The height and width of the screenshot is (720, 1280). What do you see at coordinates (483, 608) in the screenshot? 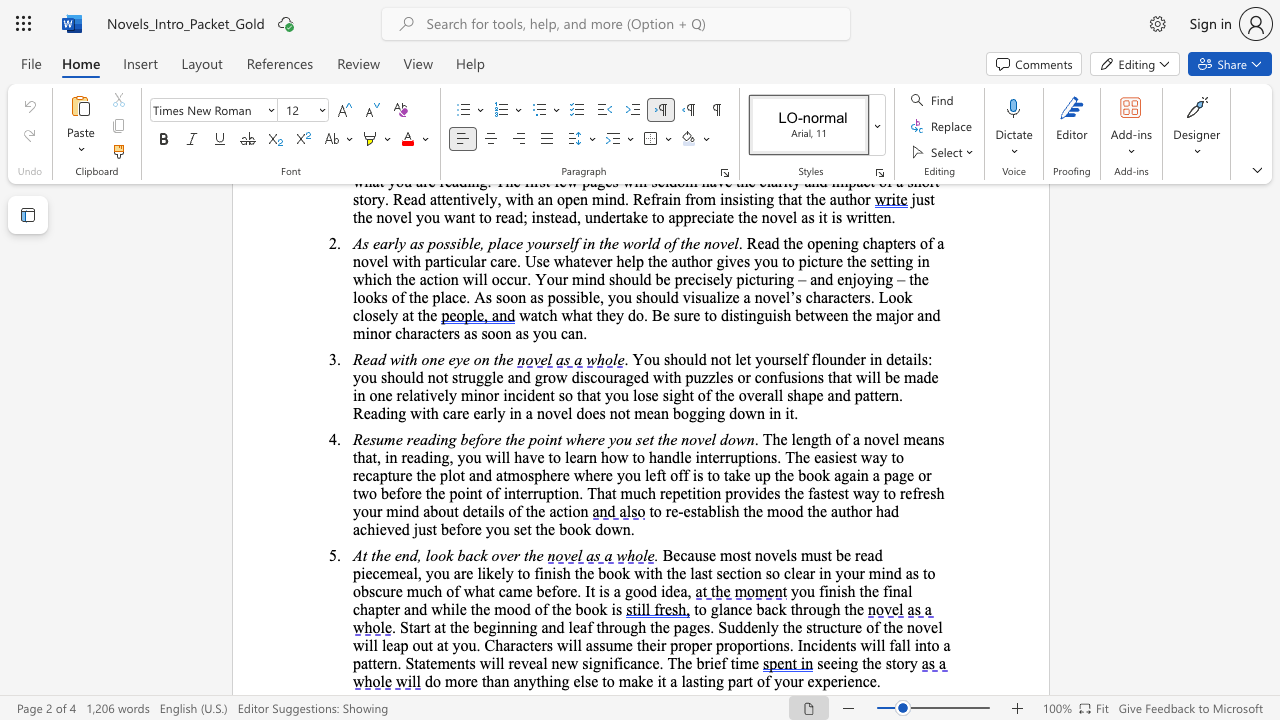
I see `the subset text "e mood of the book is" within the text "and while the mood of the book is"` at bounding box center [483, 608].